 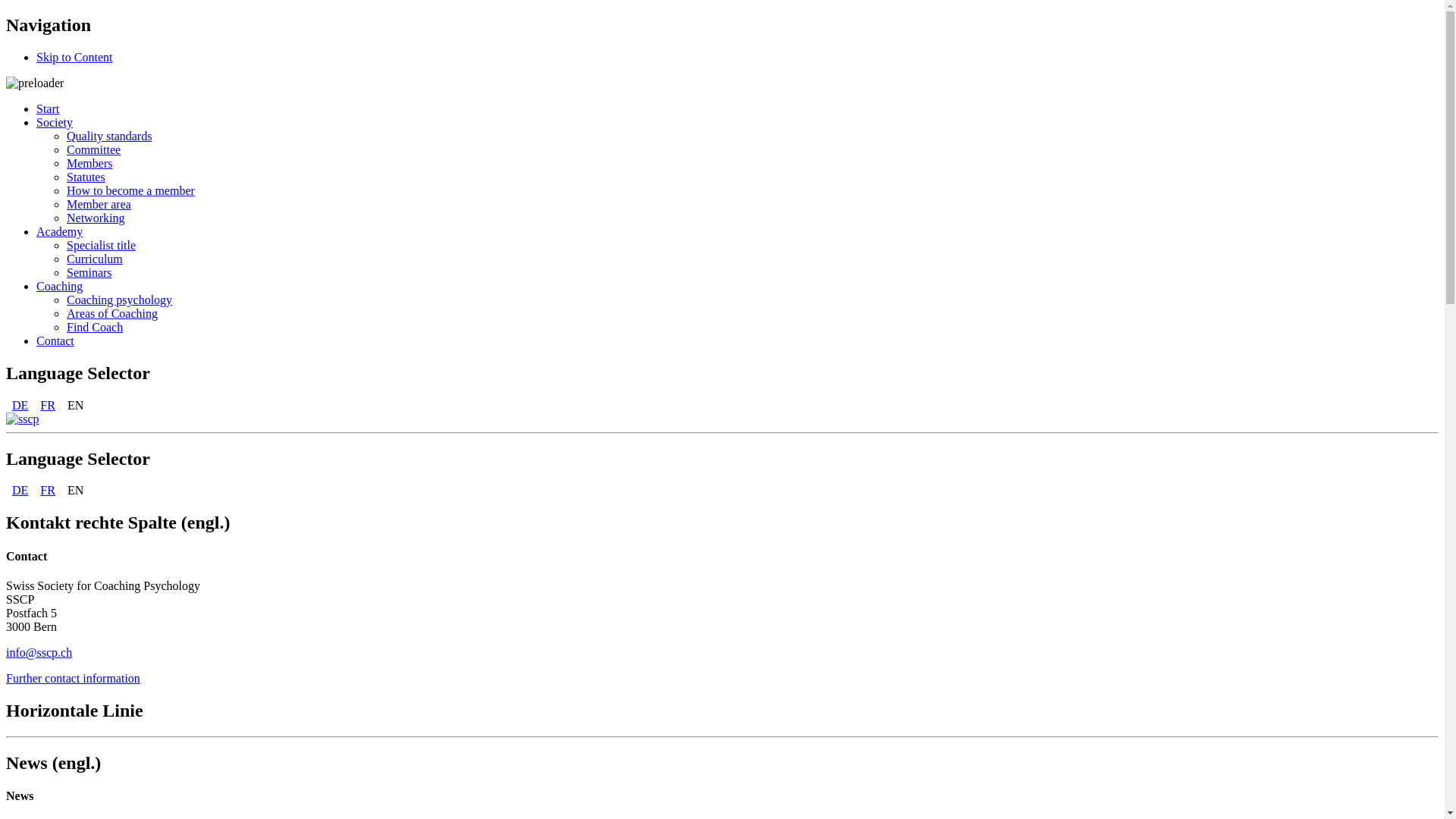 I want to click on 'Find Coach', so click(x=93, y=326).